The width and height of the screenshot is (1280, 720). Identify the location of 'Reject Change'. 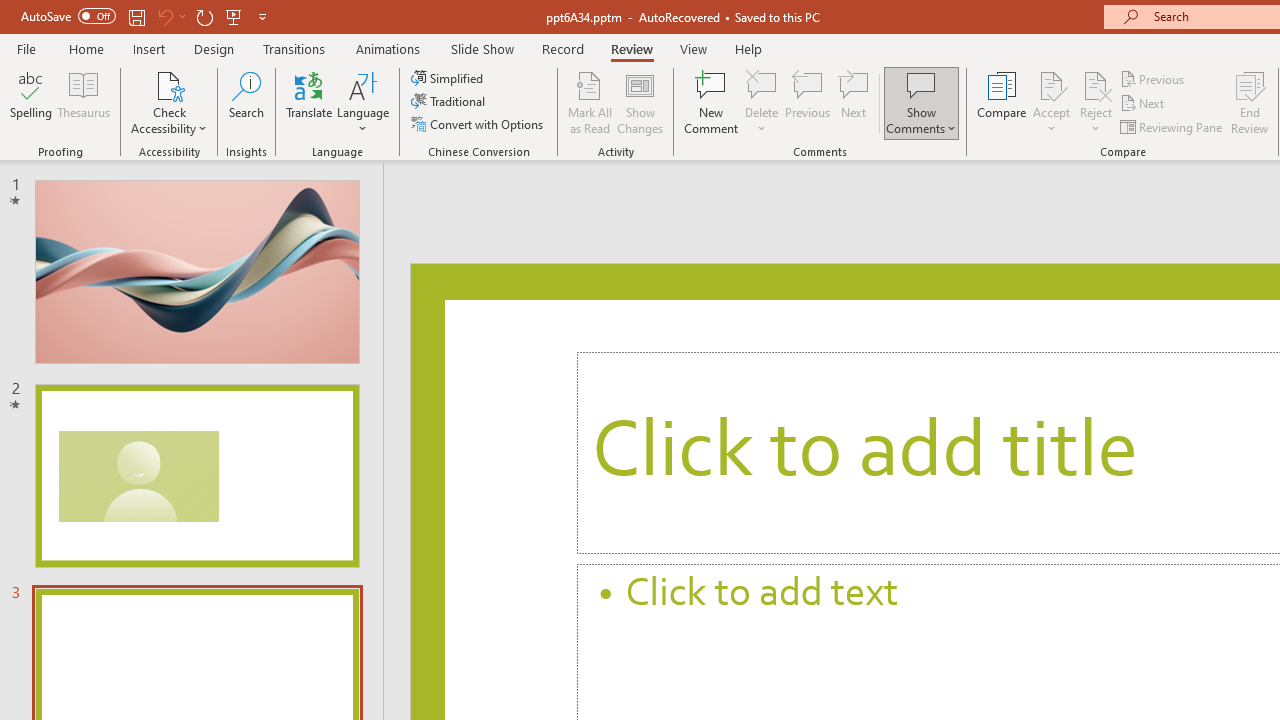
(1095, 84).